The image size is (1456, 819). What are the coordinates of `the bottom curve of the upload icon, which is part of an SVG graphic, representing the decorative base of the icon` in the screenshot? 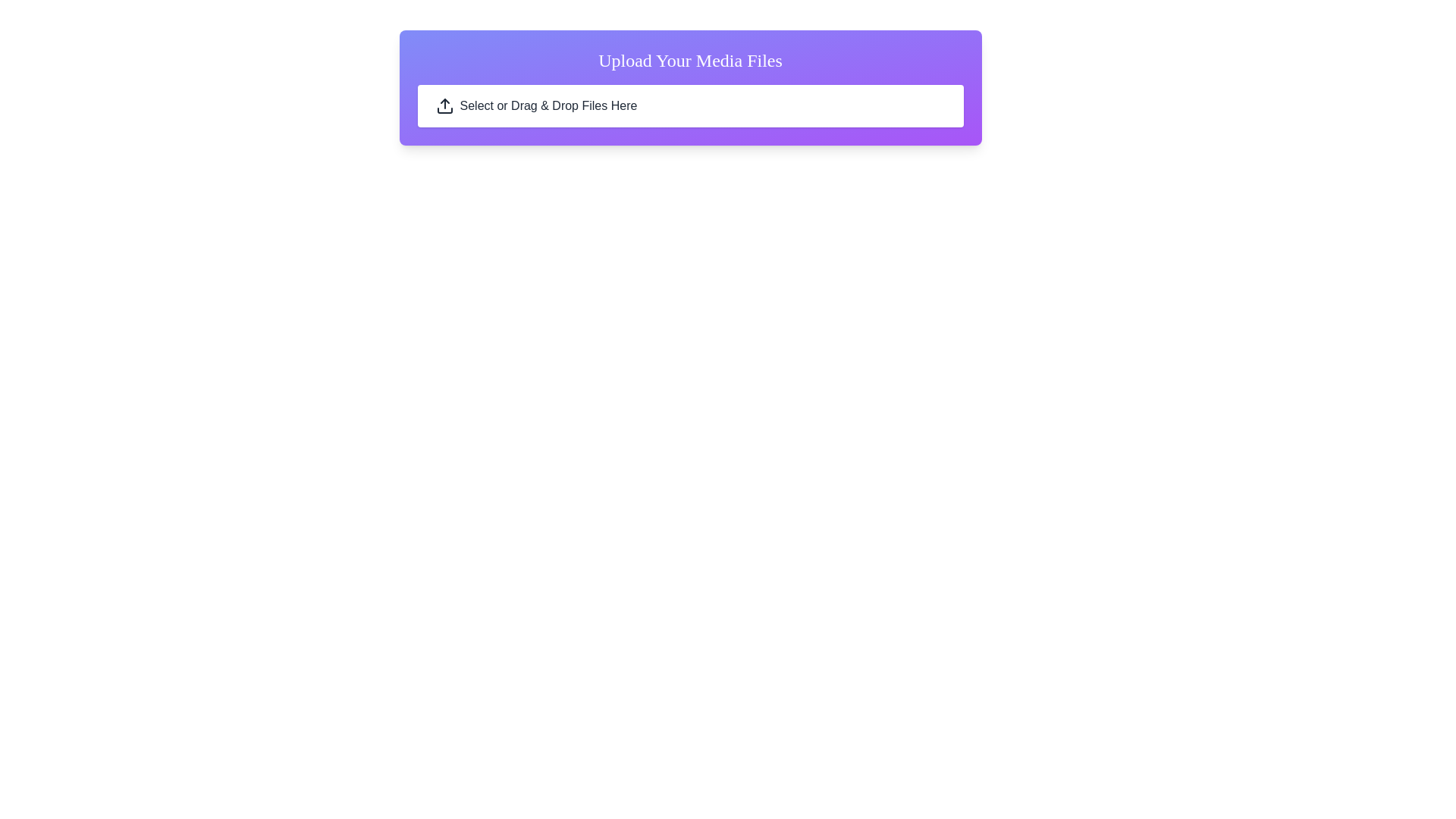 It's located at (444, 110).